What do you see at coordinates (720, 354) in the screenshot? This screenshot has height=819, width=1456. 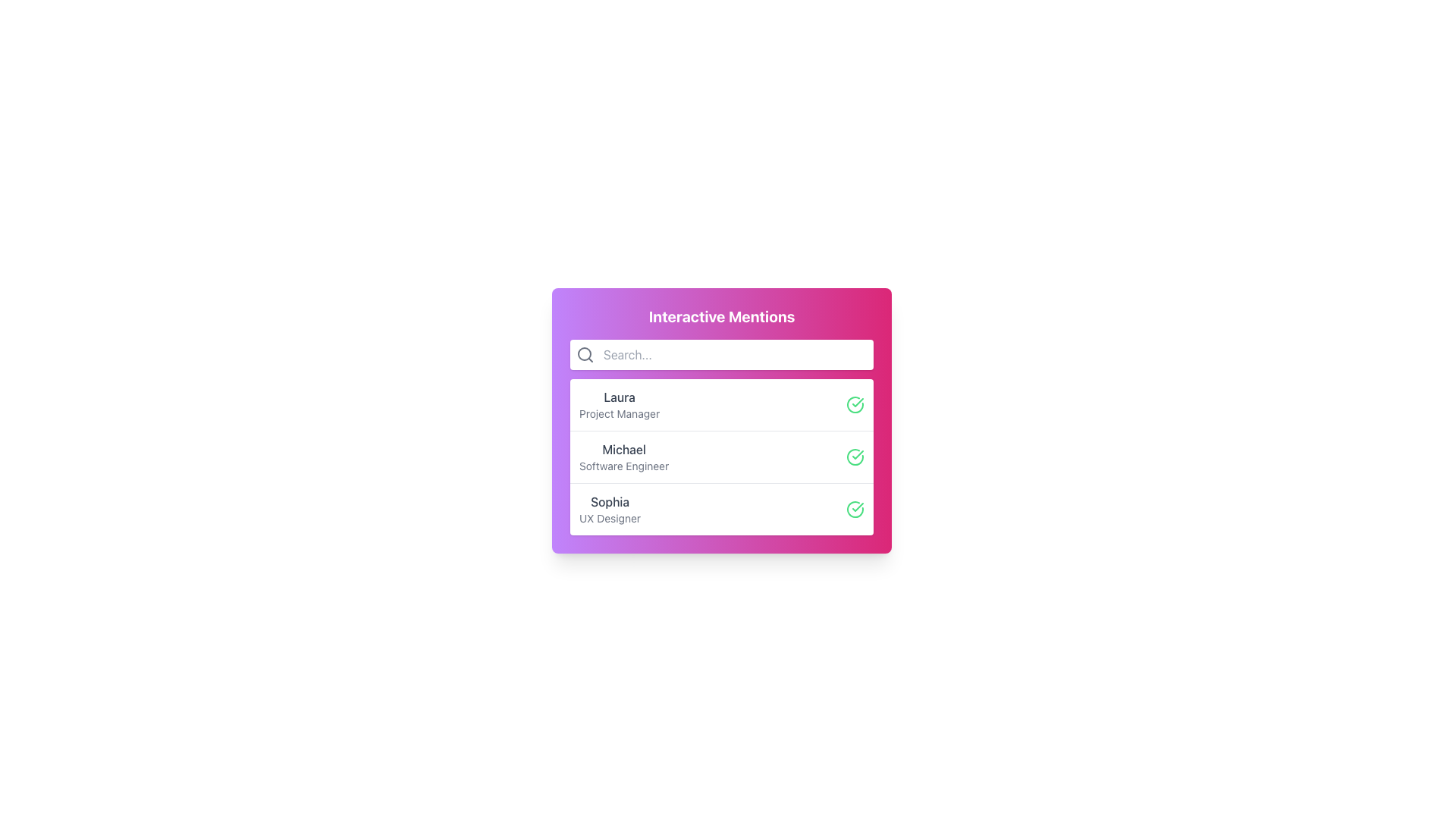 I see `the Search bar located under the title 'Interactive Mentions' to focus the input` at bounding box center [720, 354].